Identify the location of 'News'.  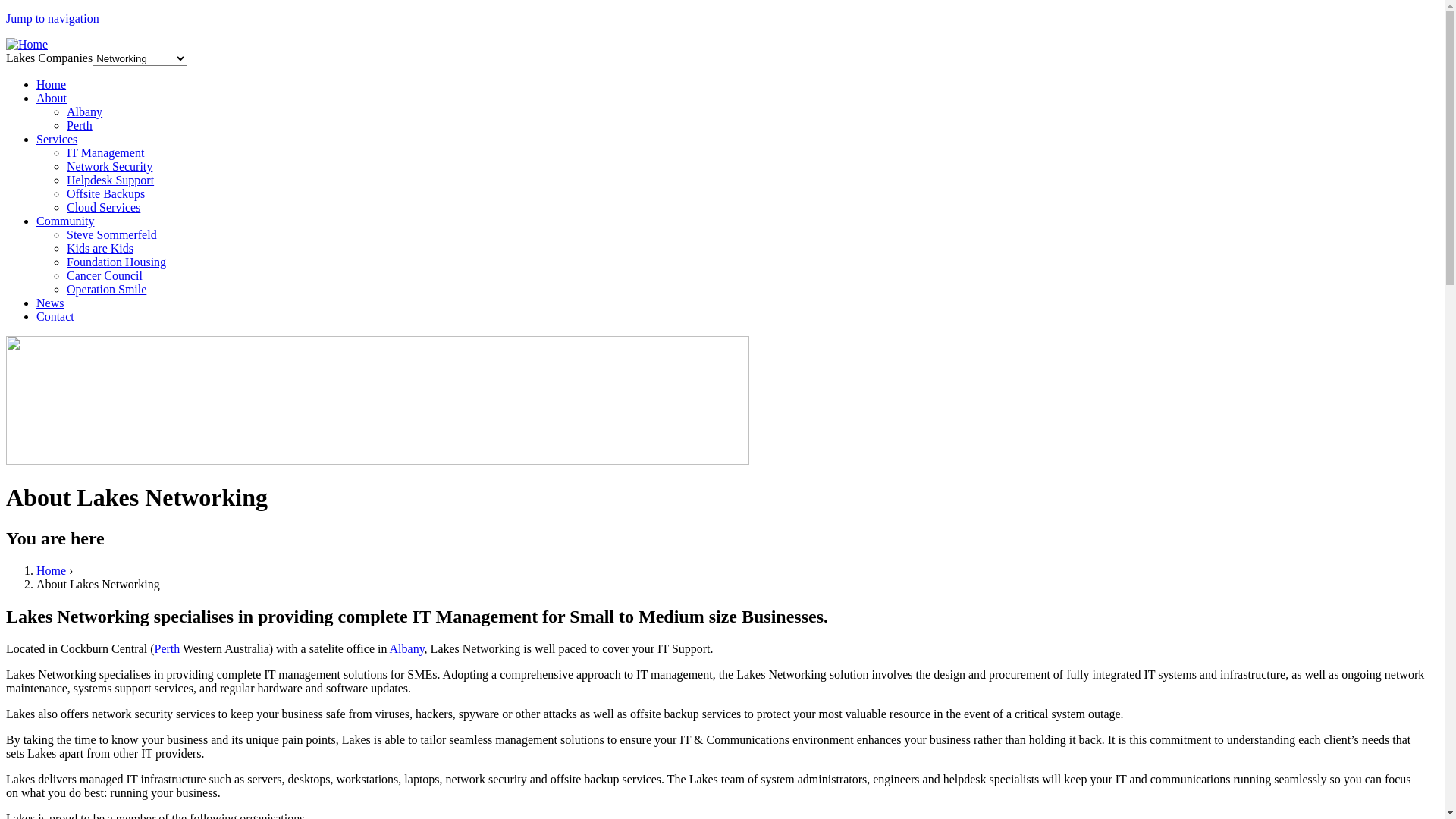
(50, 303).